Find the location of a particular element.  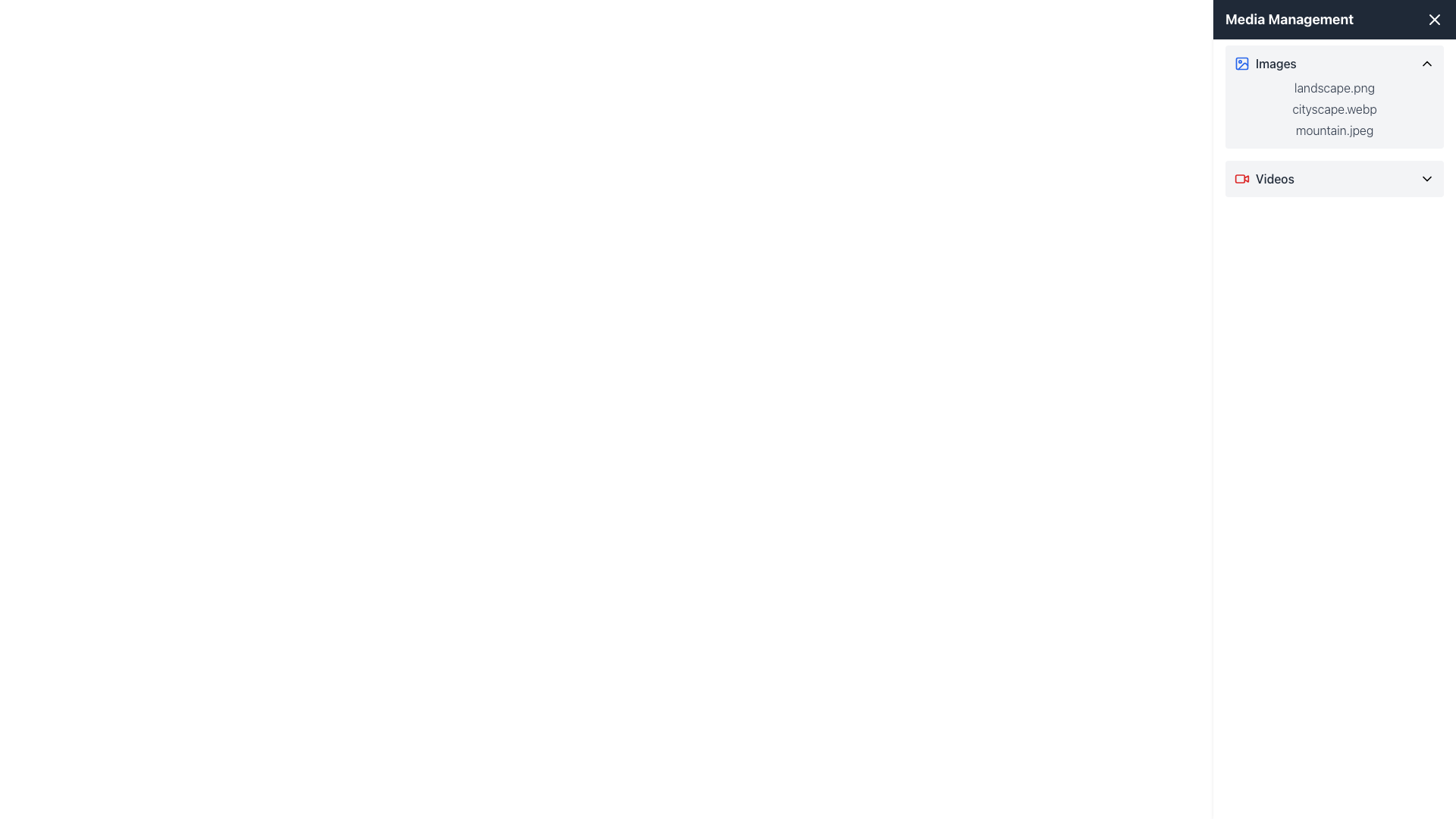

the 'Videos' navigation link in the sidebar, which features a red video camera icon and bold text is located at coordinates (1263, 177).